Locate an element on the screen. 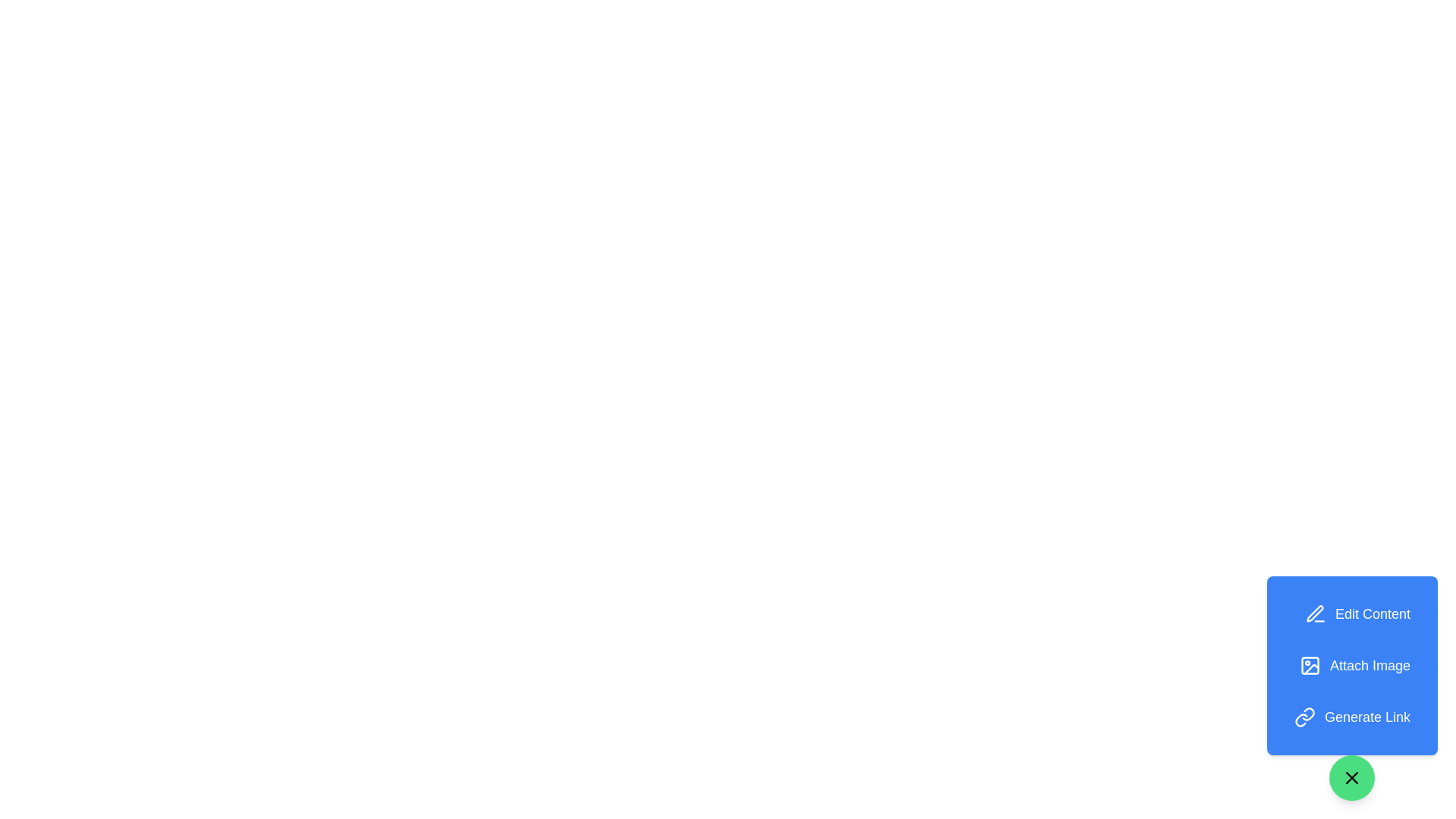  the toggle button to expand or collapse the speed dial menu is located at coordinates (1351, 778).